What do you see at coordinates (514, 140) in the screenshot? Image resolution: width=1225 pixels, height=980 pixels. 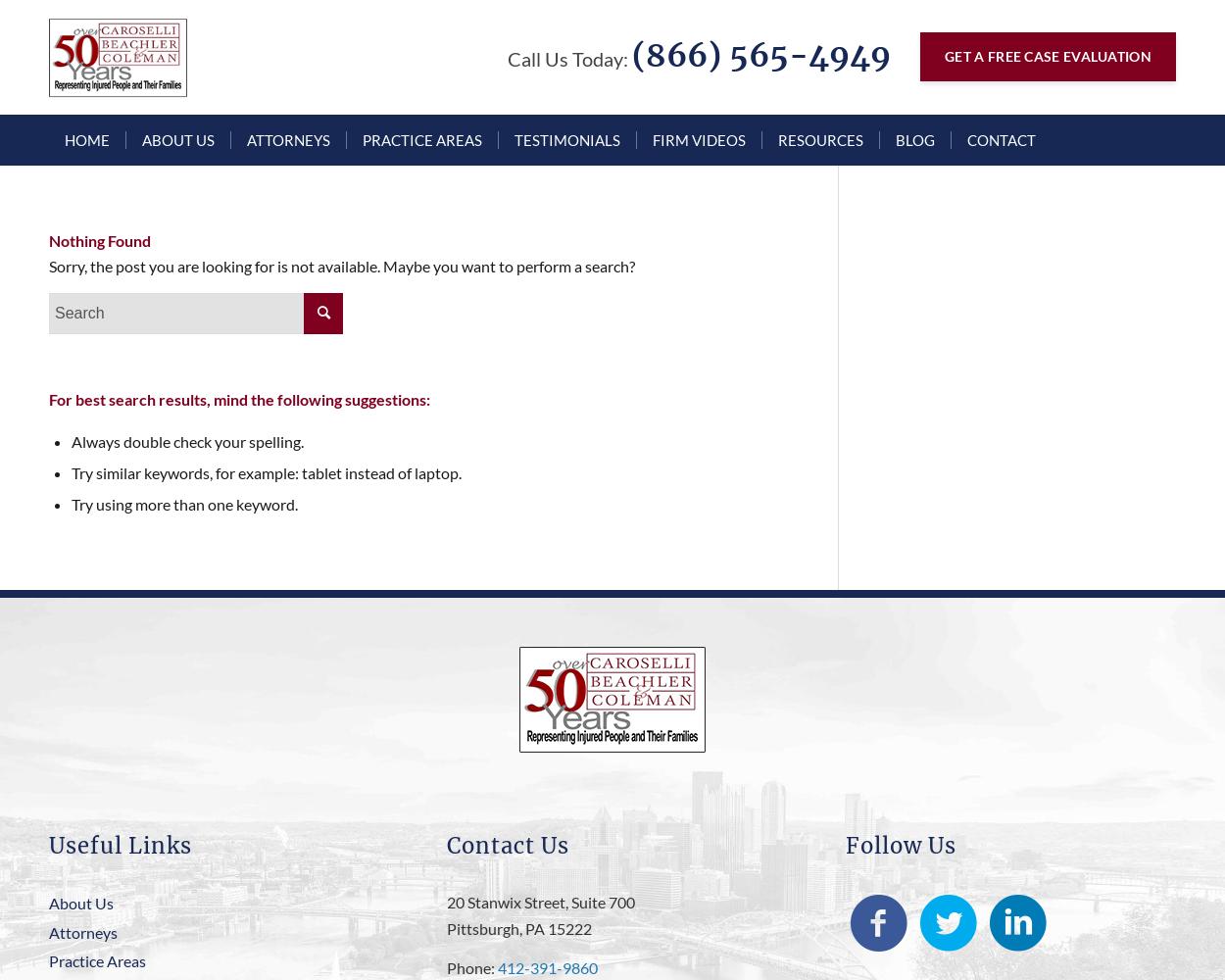 I see `'Testimonials'` at bounding box center [514, 140].